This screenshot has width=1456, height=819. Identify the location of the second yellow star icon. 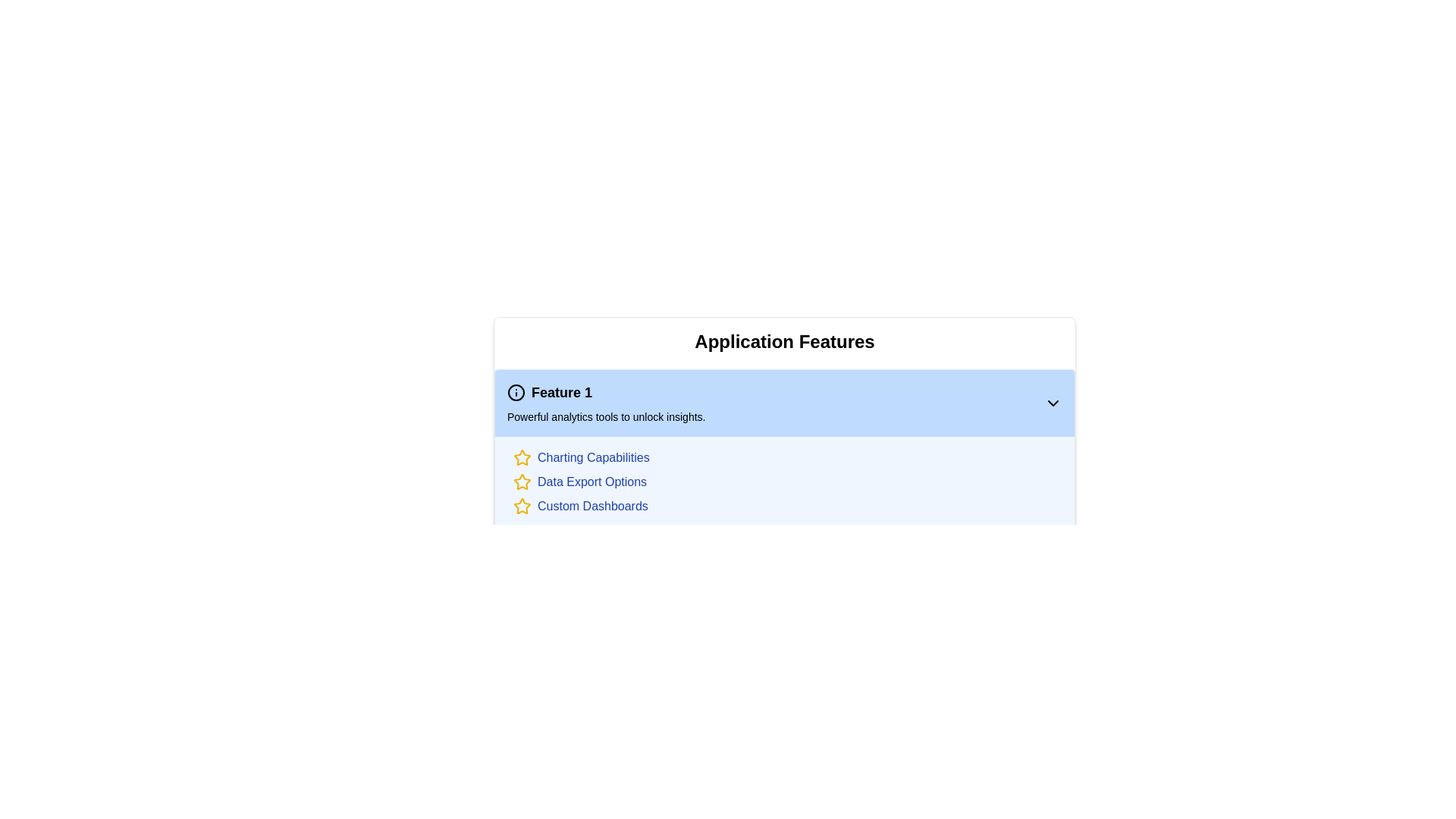
(522, 457).